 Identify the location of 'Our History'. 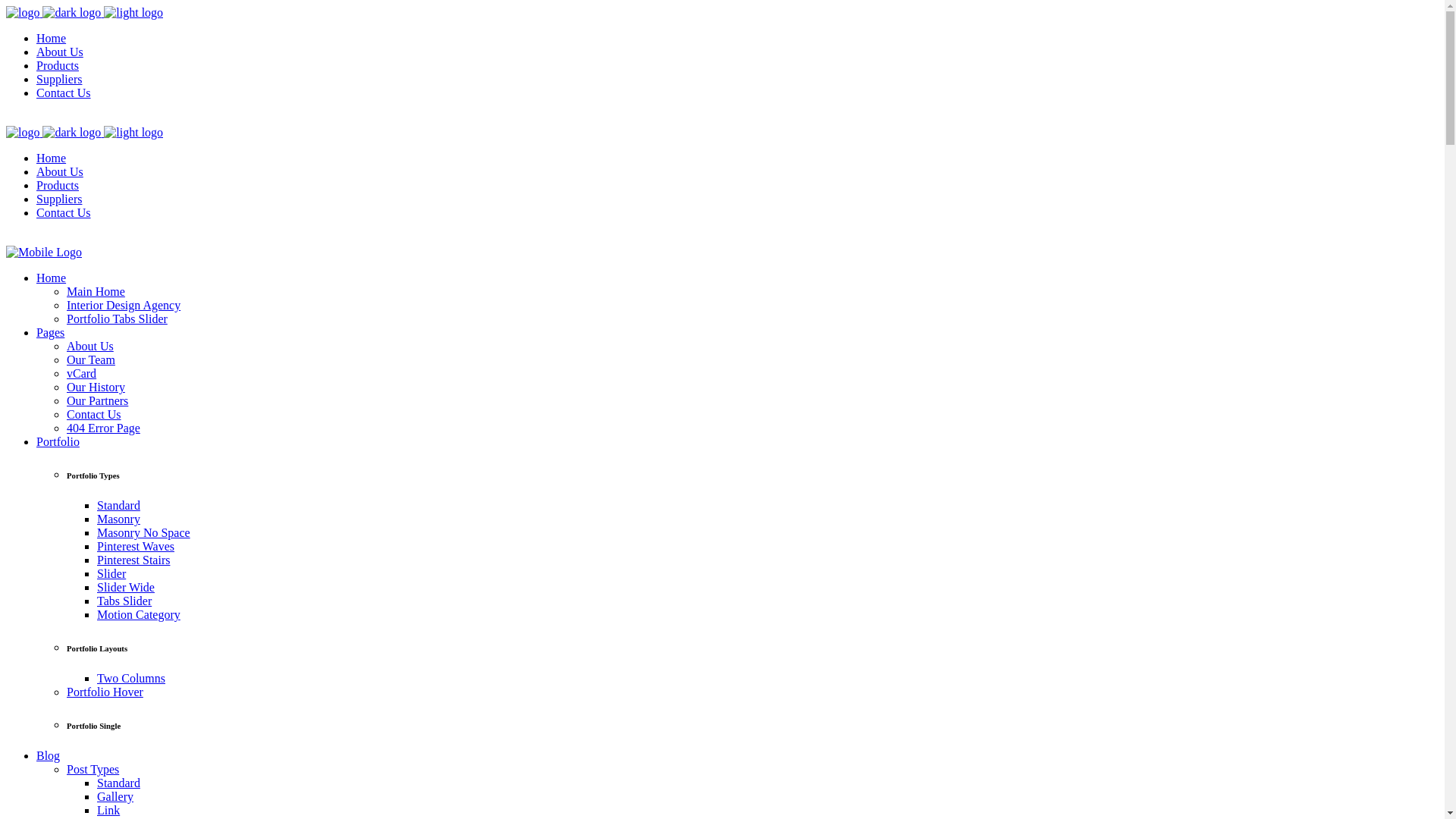
(65, 386).